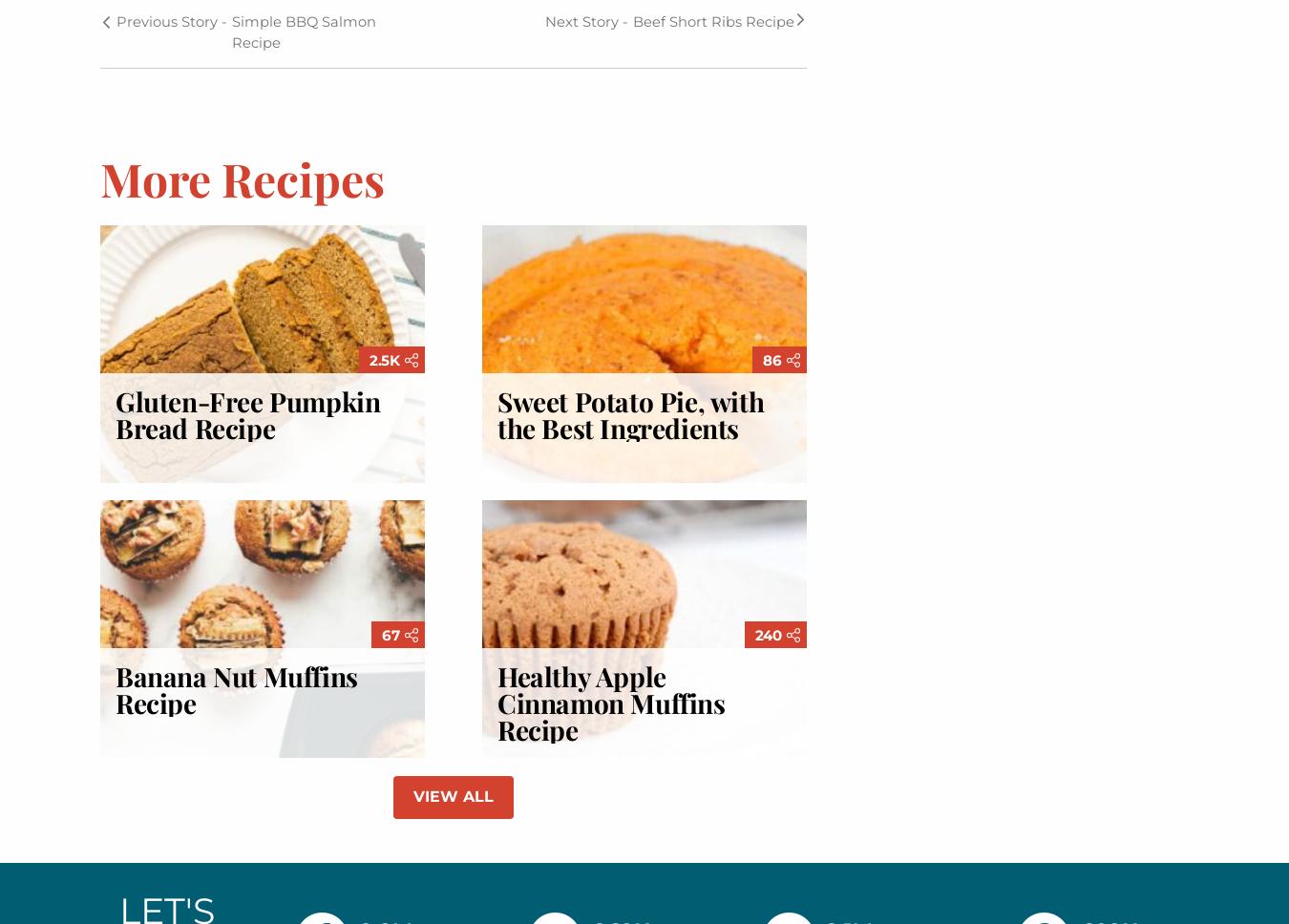  I want to click on '67', so click(391, 635).